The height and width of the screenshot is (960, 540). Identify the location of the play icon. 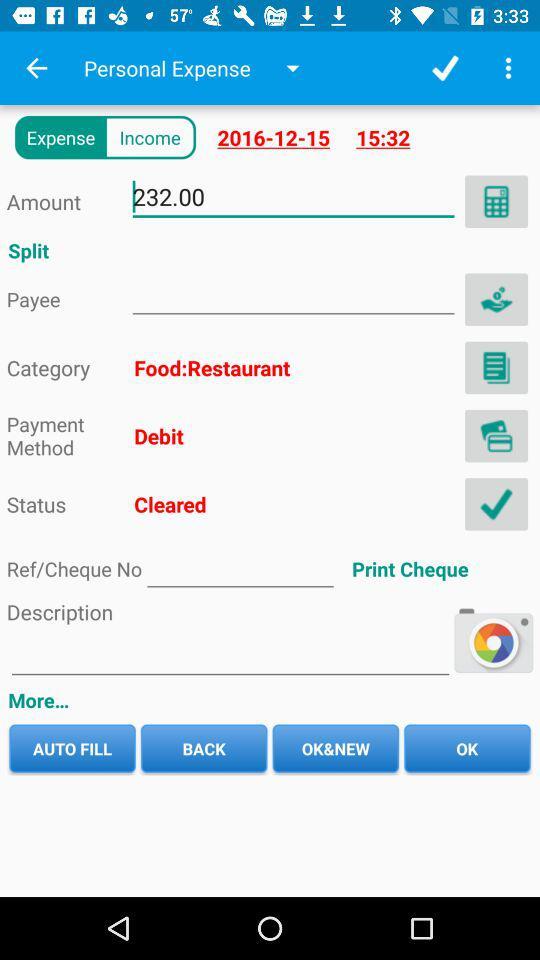
(492, 641).